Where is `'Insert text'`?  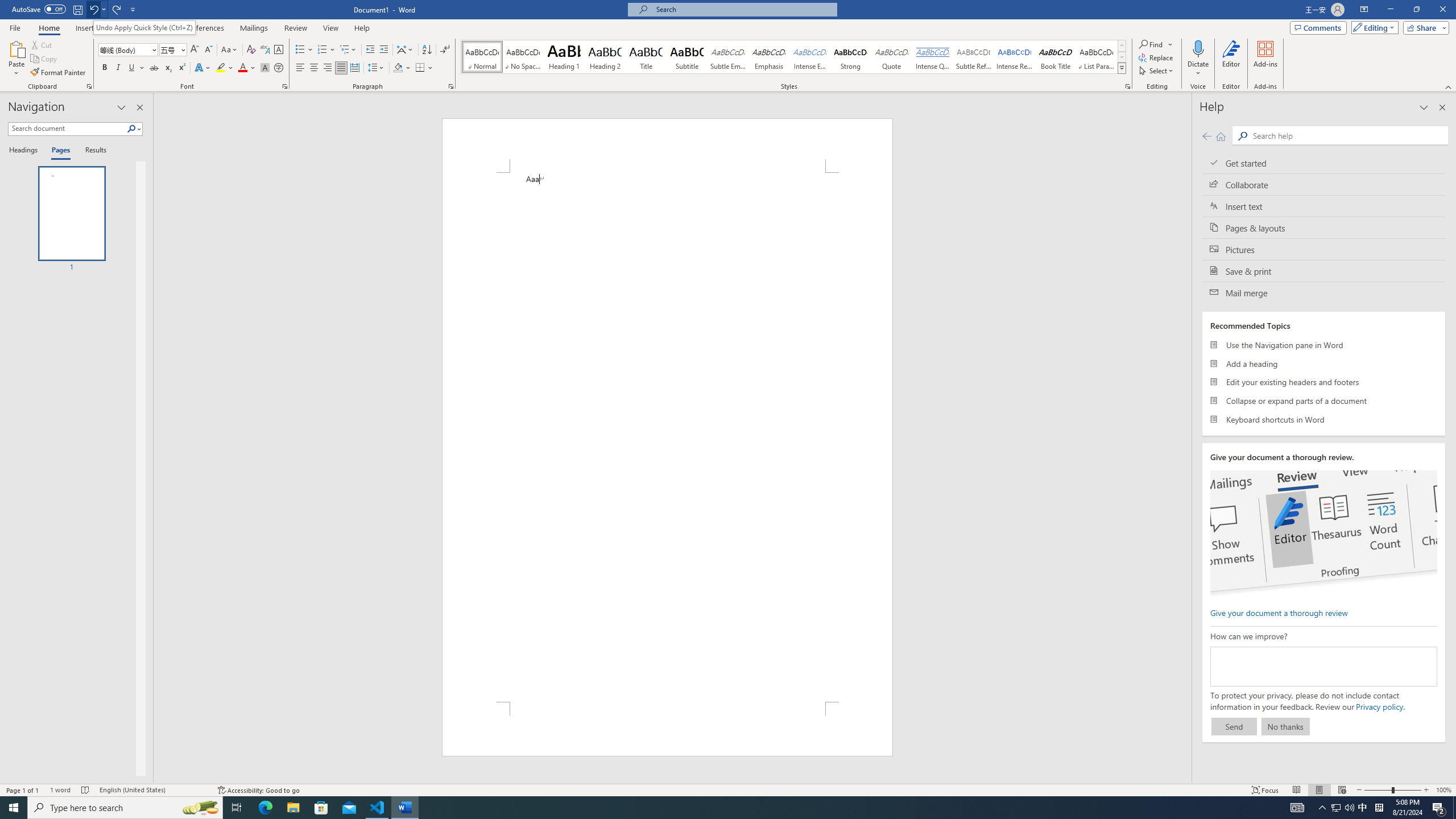
'Insert text' is located at coordinates (1323, 205).